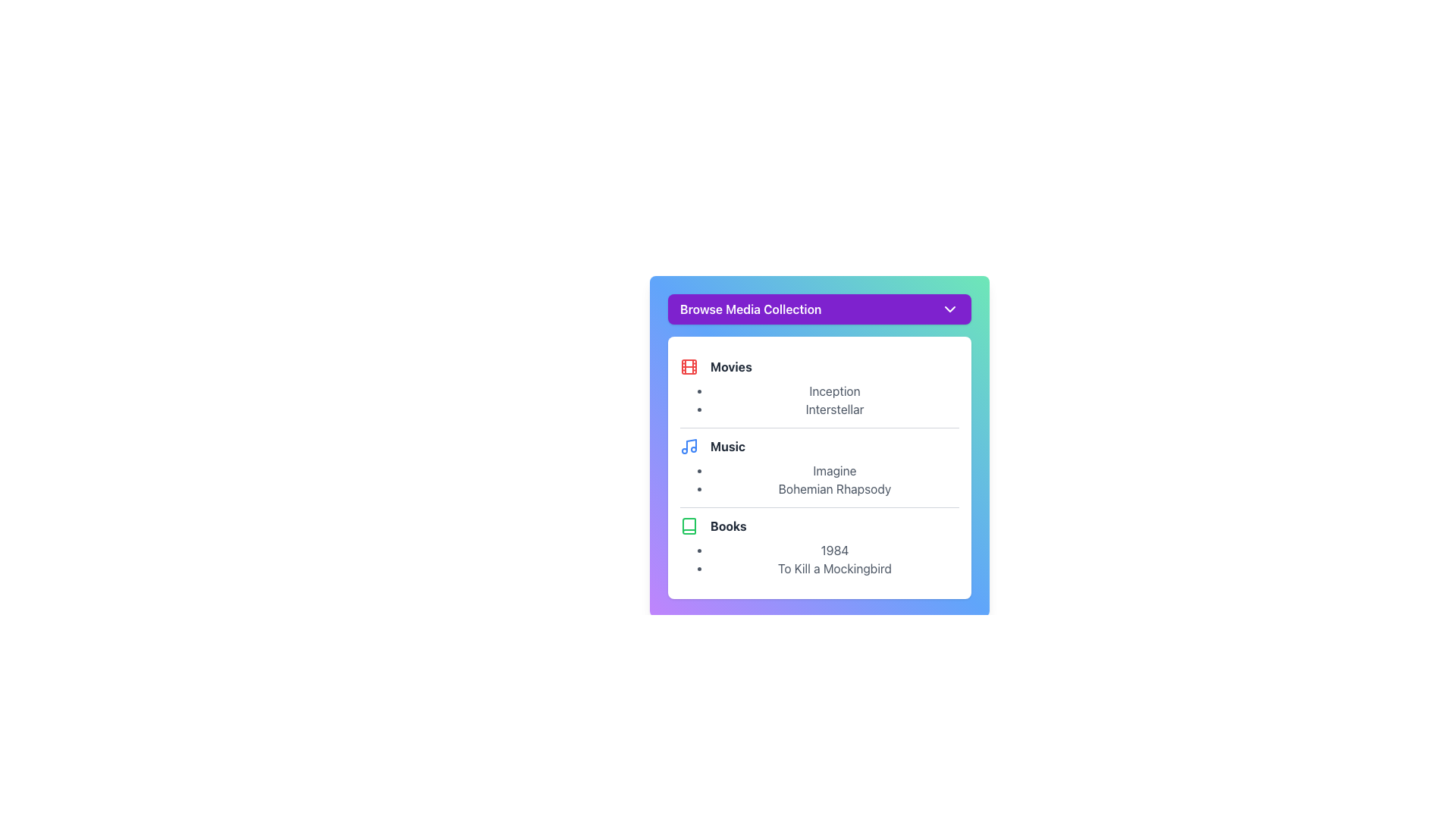 This screenshot has height=819, width=1456. I want to click on the green outlined book icon located in the 'Books' section of the media collection interface, positioned left of the 'Books' title text, so click(688, 526).